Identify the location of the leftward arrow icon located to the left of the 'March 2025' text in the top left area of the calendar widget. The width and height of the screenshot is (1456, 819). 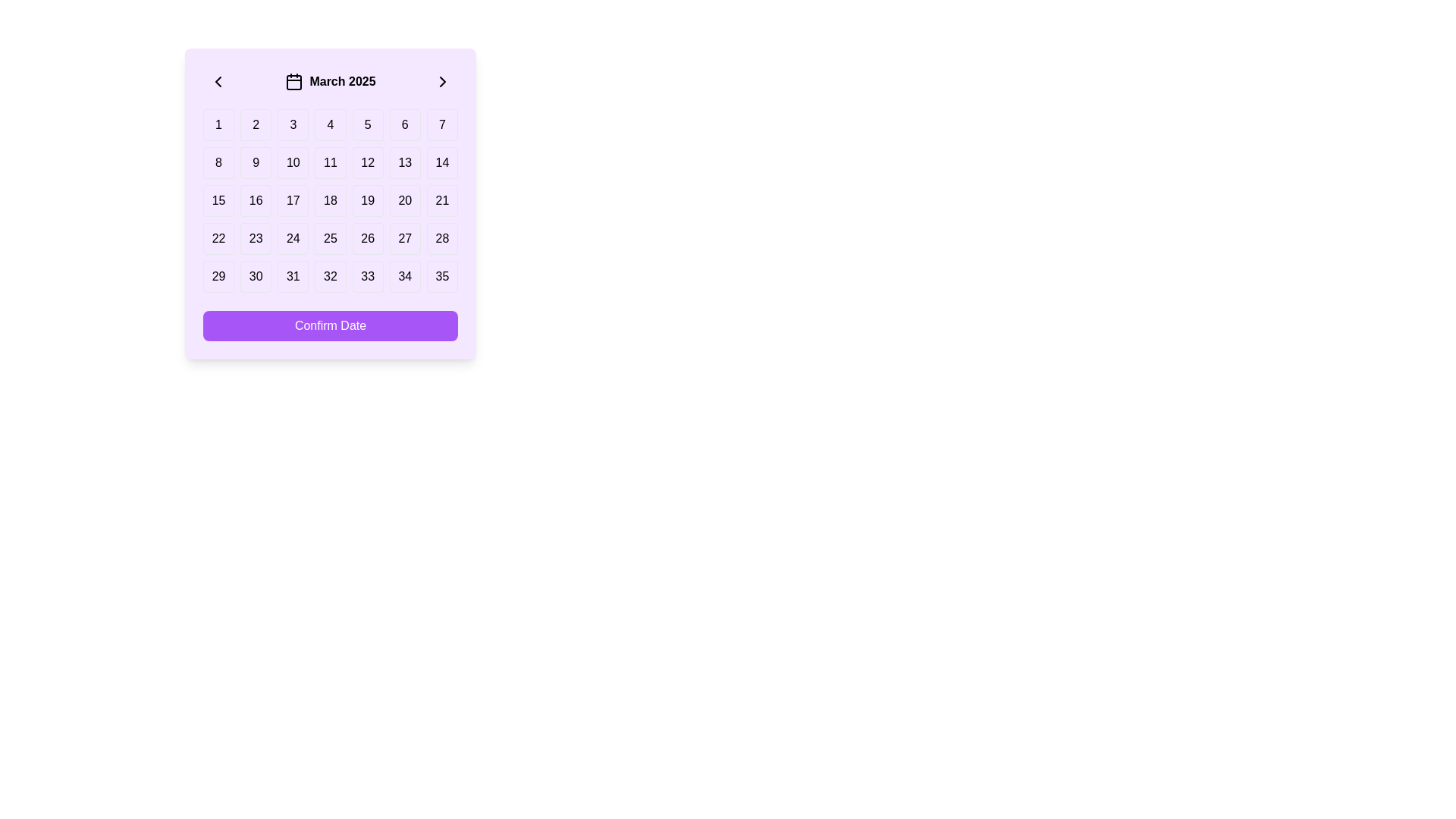
(218, 82).